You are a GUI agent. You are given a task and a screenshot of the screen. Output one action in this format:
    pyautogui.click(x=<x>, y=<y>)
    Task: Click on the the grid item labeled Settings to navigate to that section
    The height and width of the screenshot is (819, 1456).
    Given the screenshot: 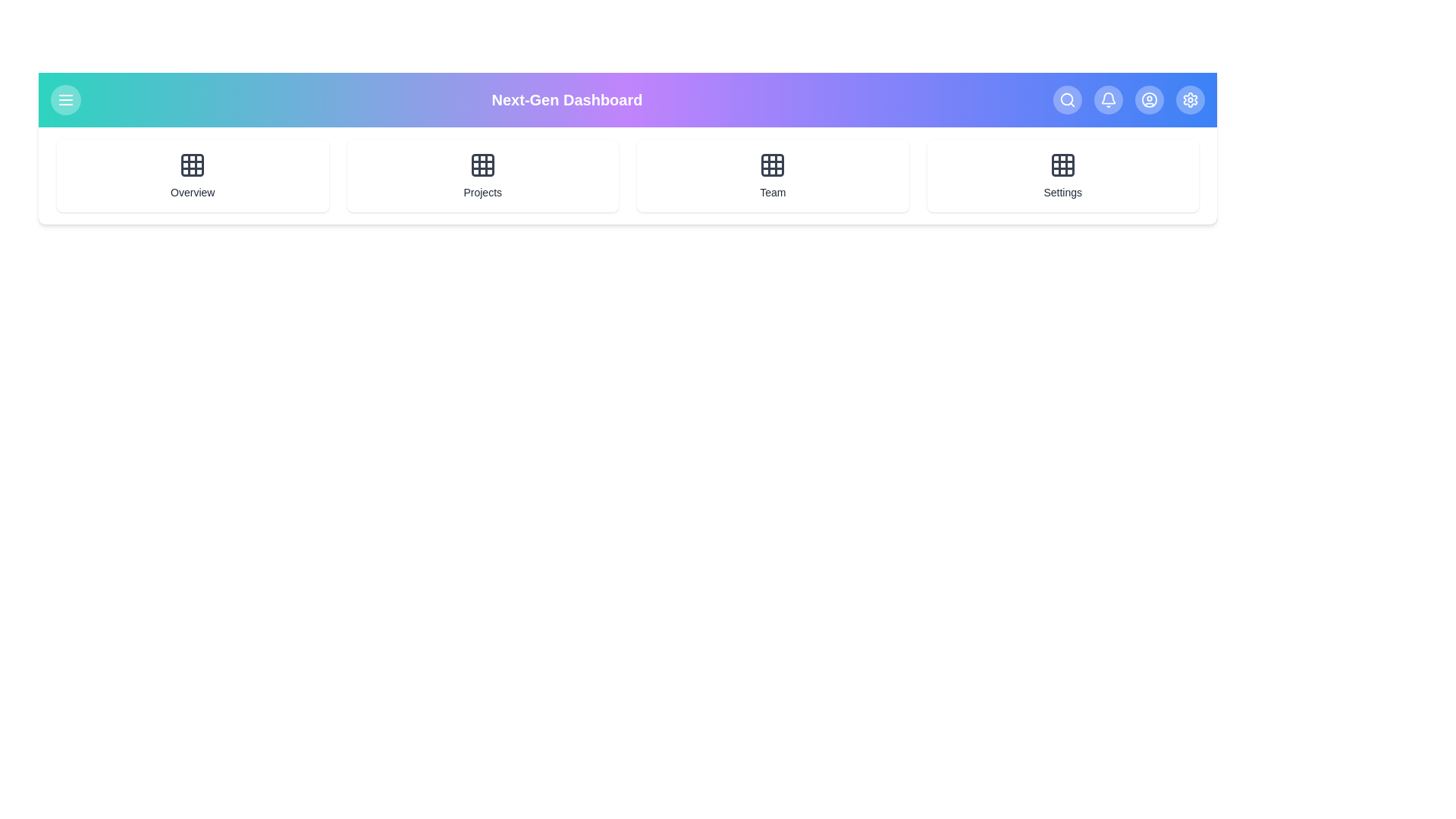 What is the action you would take?
    pyautogui.click(x=1062, y=174)
    